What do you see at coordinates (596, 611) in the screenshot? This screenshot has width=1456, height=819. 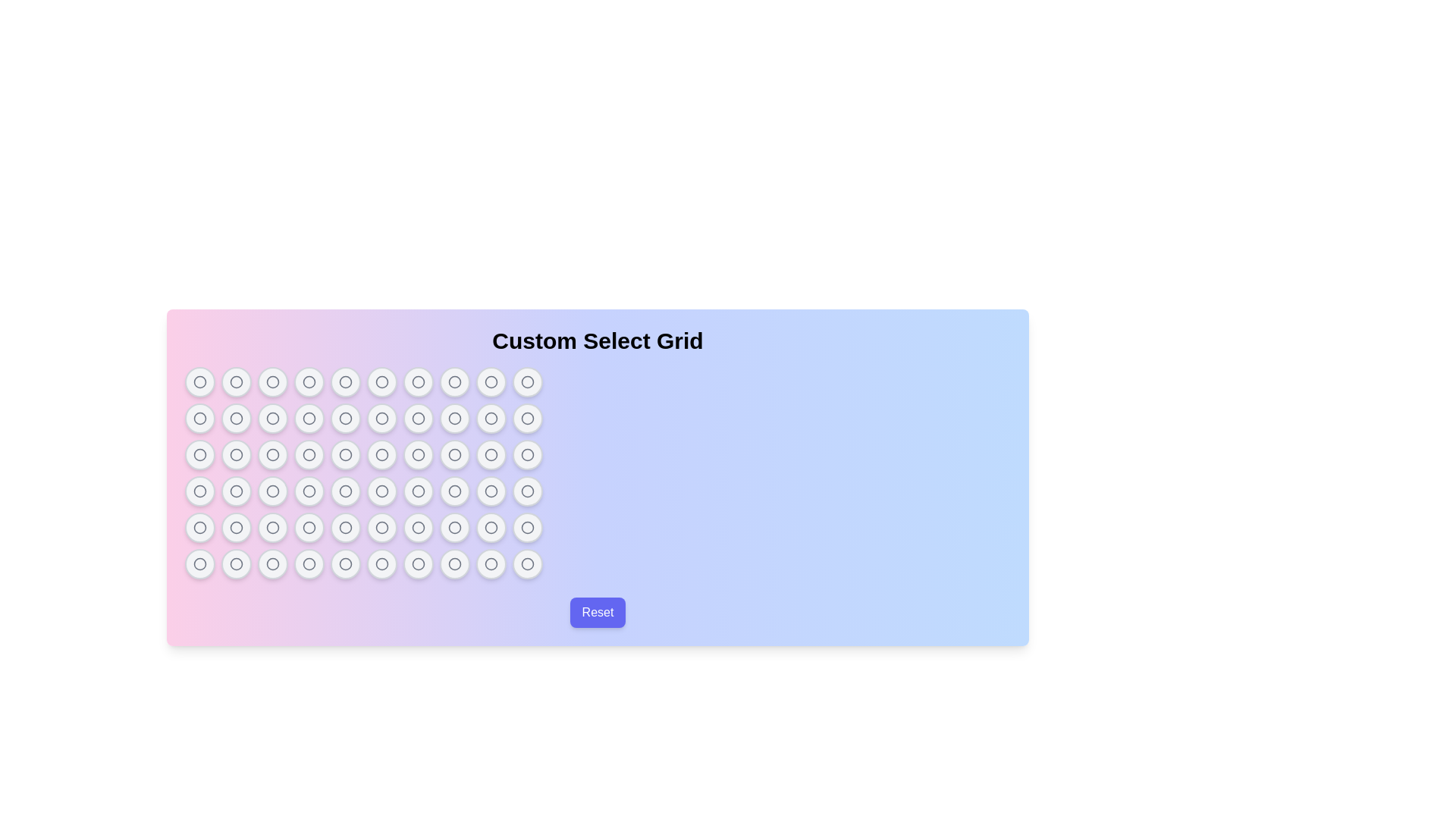 I see `the reset button to reset all grid cells to their default state` at bounding box center [596, 611].